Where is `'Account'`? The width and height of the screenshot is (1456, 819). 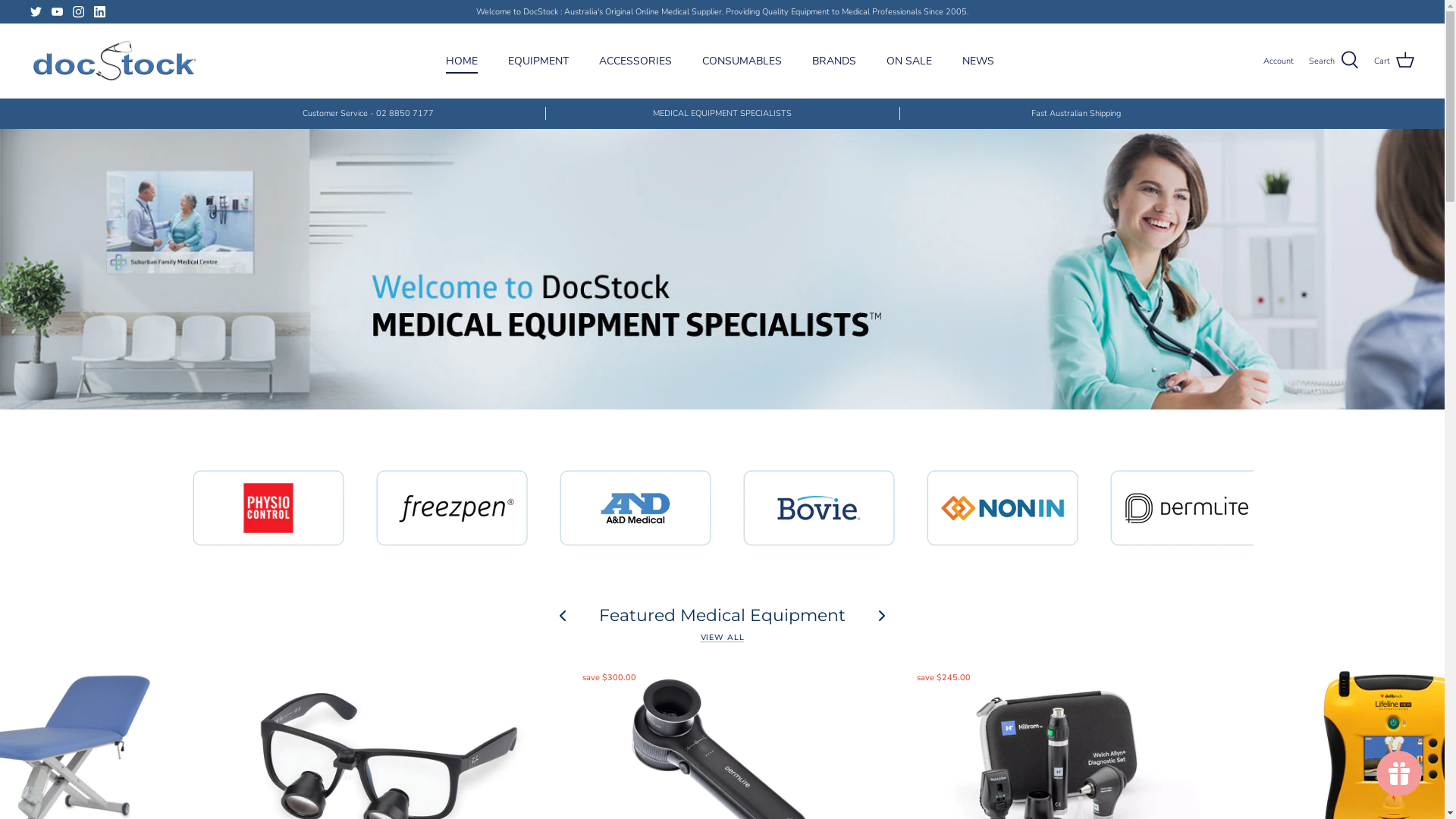
'Account' is located at coordinates (1263, 61).